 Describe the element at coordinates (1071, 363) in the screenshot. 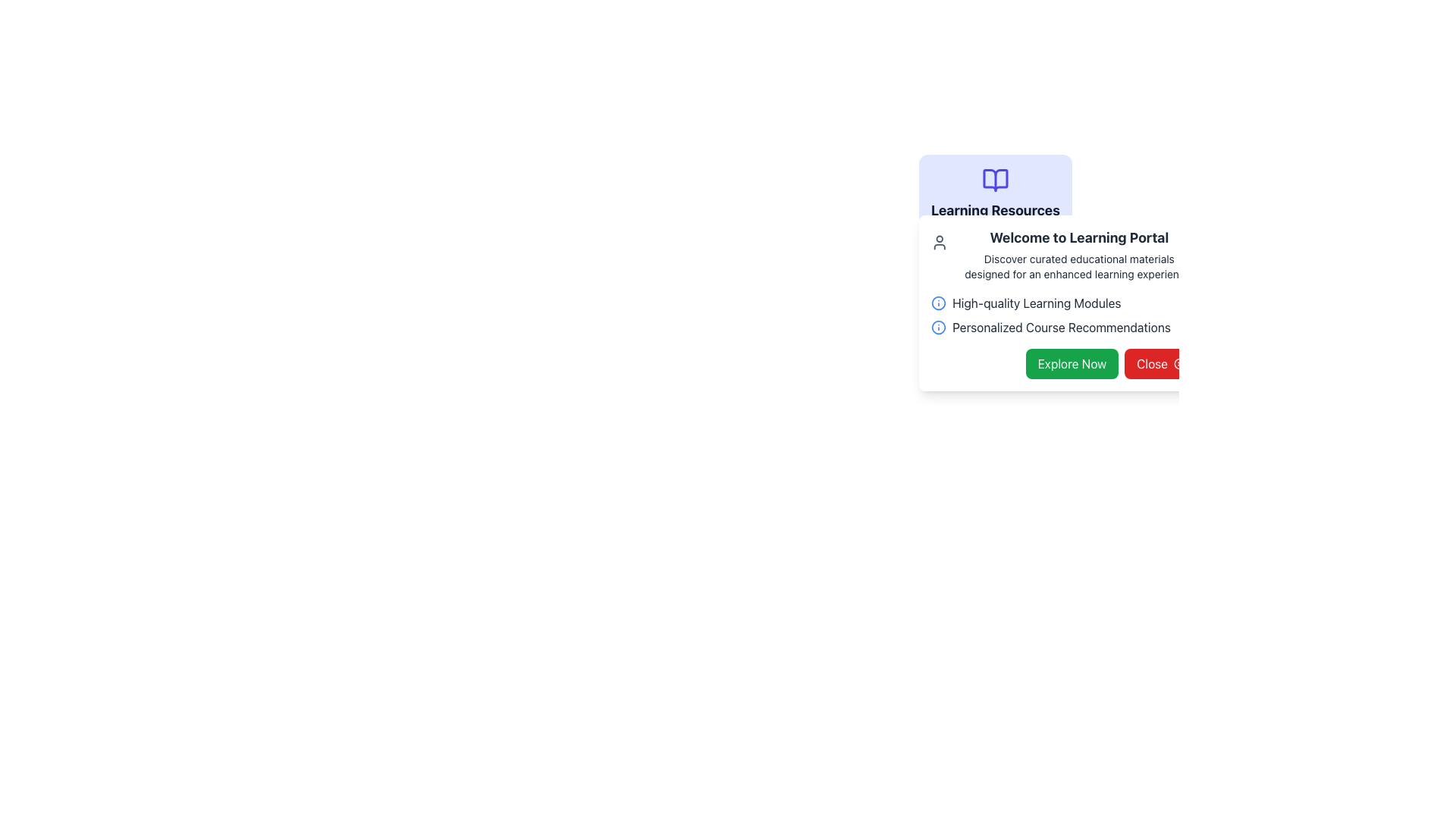

I see `the 'Explore Now' button` at that location.